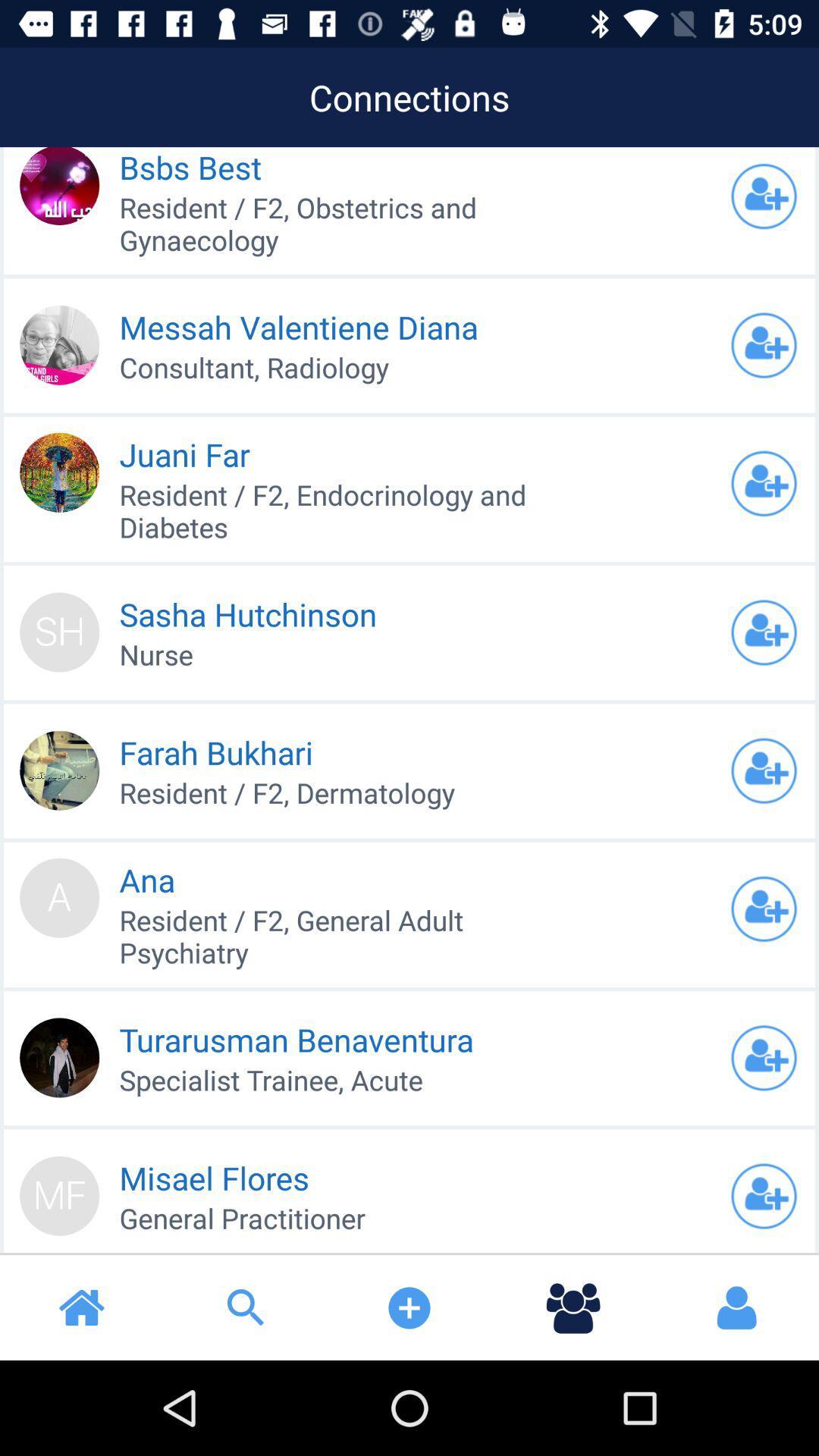 Image resolution: width=819 pixels, height=1456 pixels. What do you see at coordinates (764, 770) in the screenshot?
I see `connection` at bounding box center [764, 770].